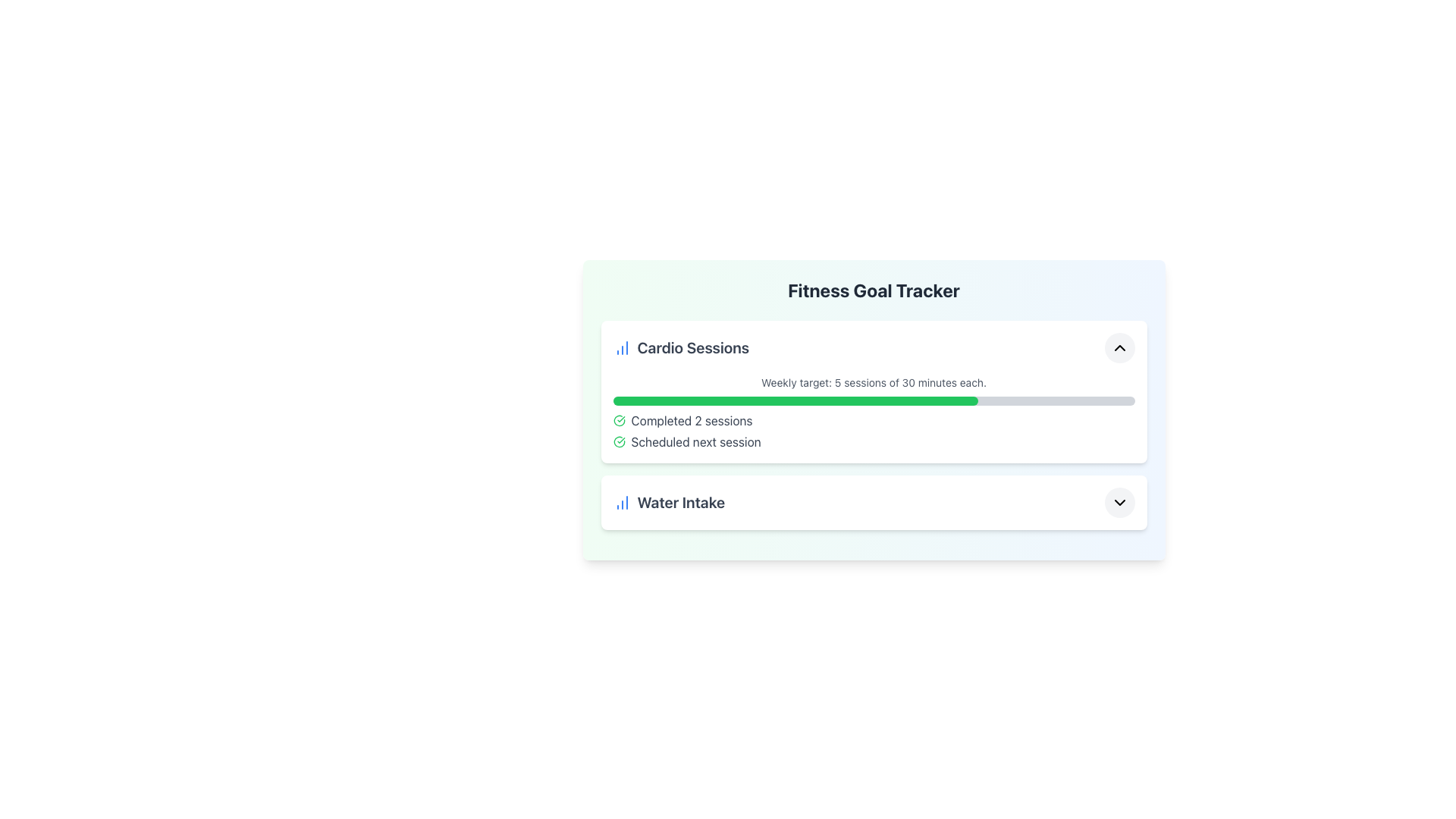 This screenshot has width=1456, height=819. I want to click on the SVG icon located at the bottom-right corner of the 'Water Intake' card, so click(1119, 503).